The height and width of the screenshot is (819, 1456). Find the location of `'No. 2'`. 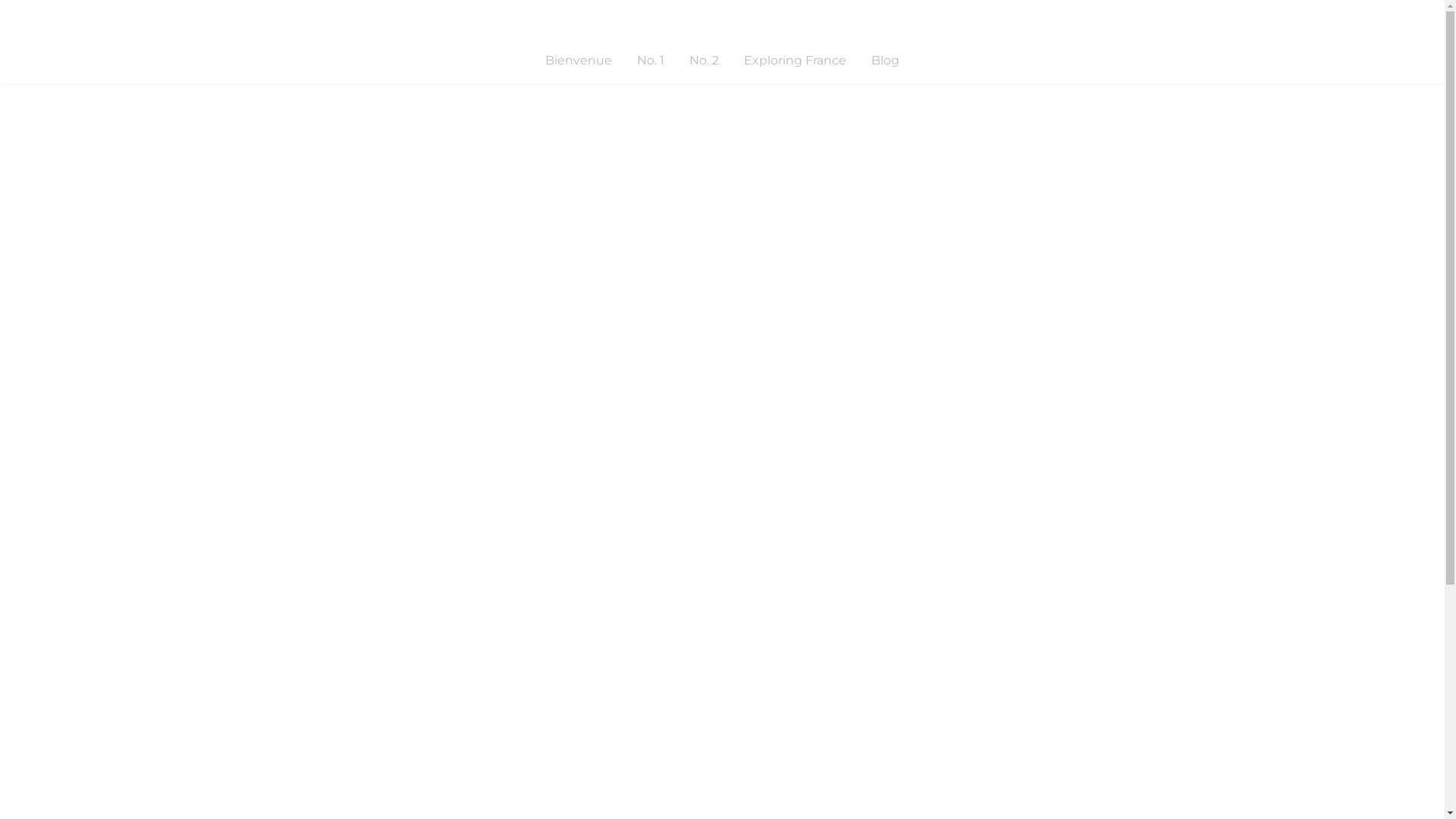

'No. 2' is located at coordinates (703, 60).